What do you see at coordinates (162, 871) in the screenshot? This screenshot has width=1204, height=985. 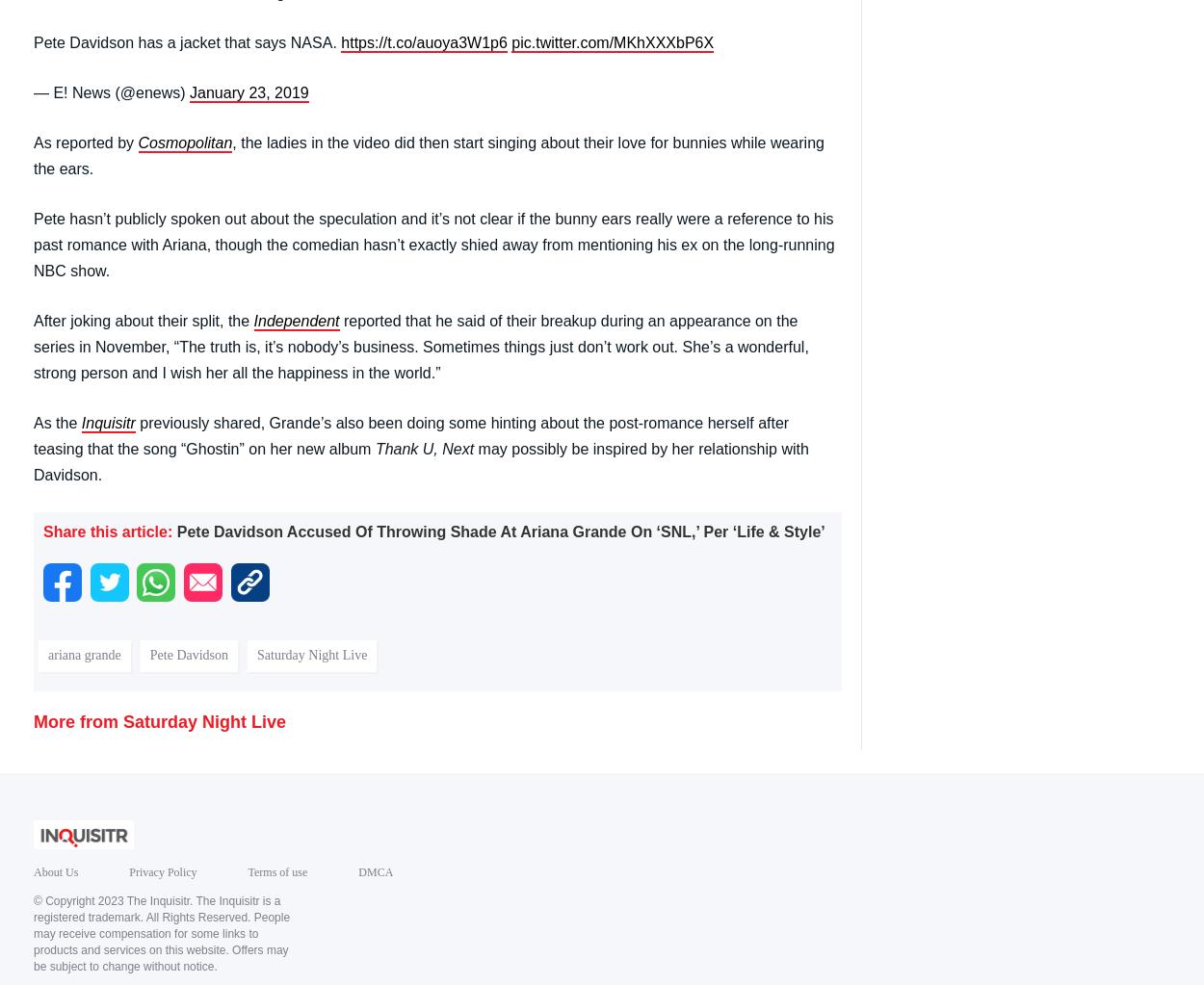 I see `'Privacy Policy'` at bounding box center [162, 871].